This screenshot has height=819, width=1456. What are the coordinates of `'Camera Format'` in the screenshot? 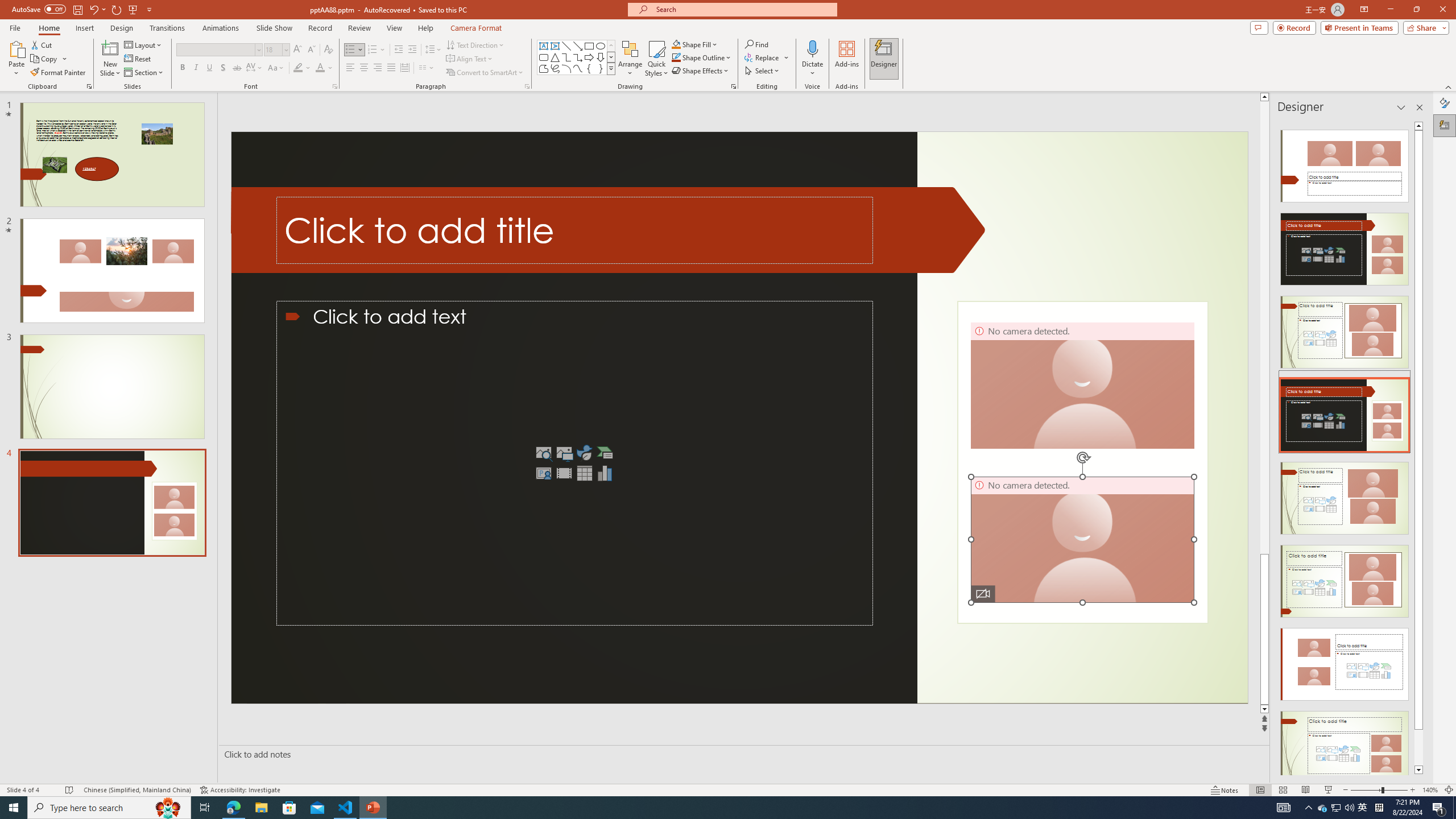 It's located at (475, 28).